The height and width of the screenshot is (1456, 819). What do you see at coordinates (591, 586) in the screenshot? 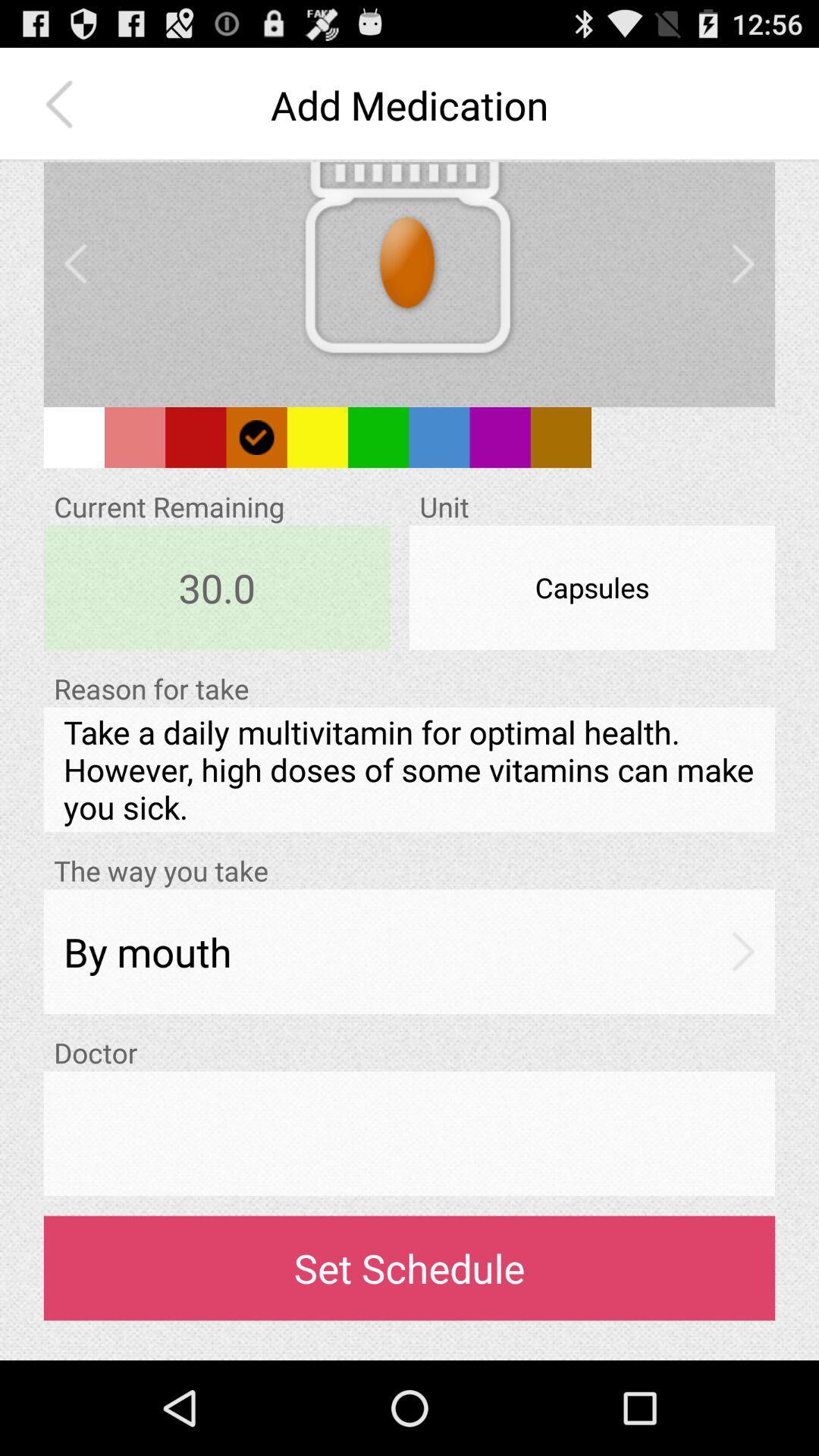
I see `the button below the unit on the web page` at bounding box center [591, 586].